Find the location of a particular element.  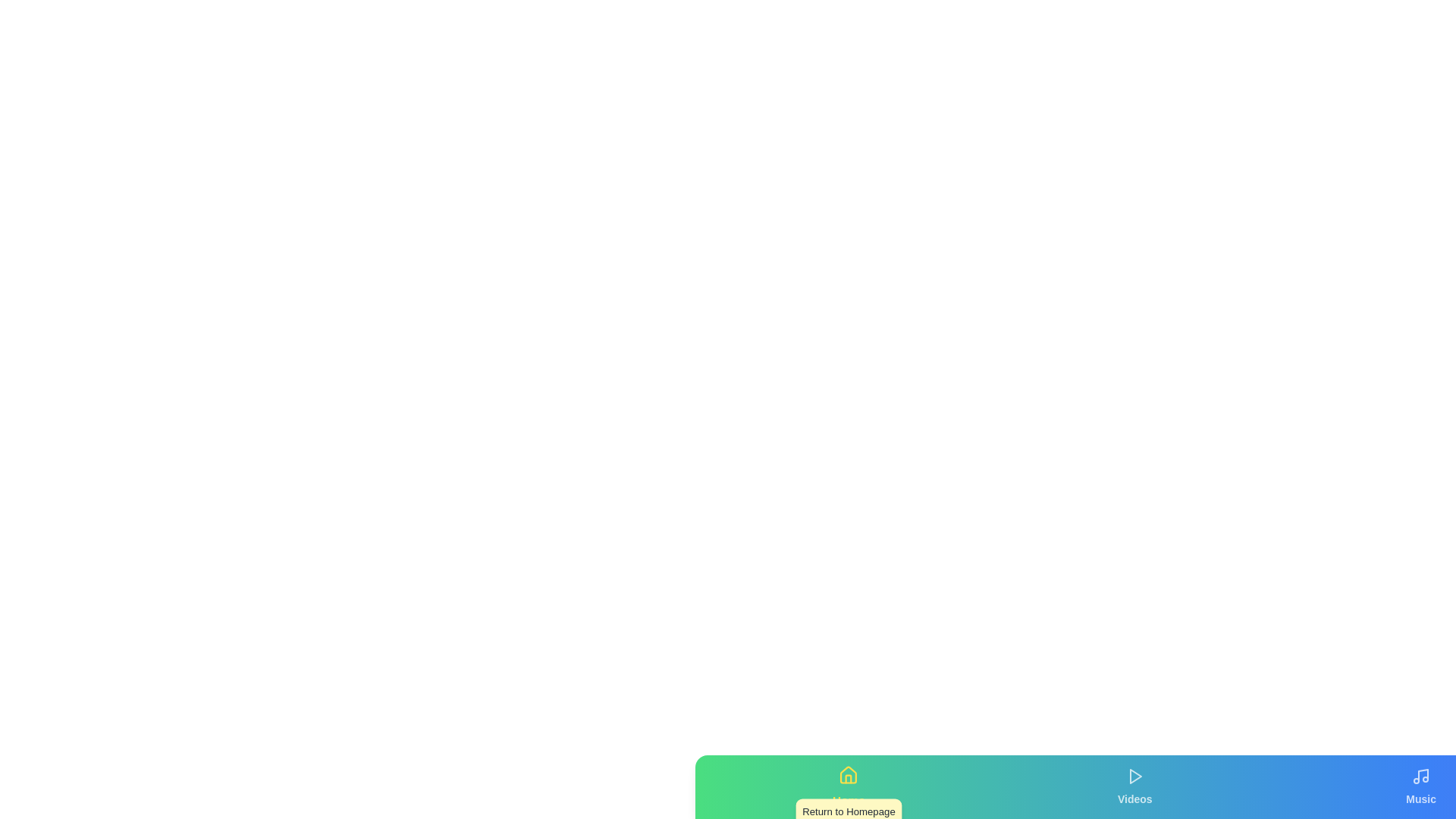

the tab labeled Home to navigate to its related content is located at coordinates (848, 786).